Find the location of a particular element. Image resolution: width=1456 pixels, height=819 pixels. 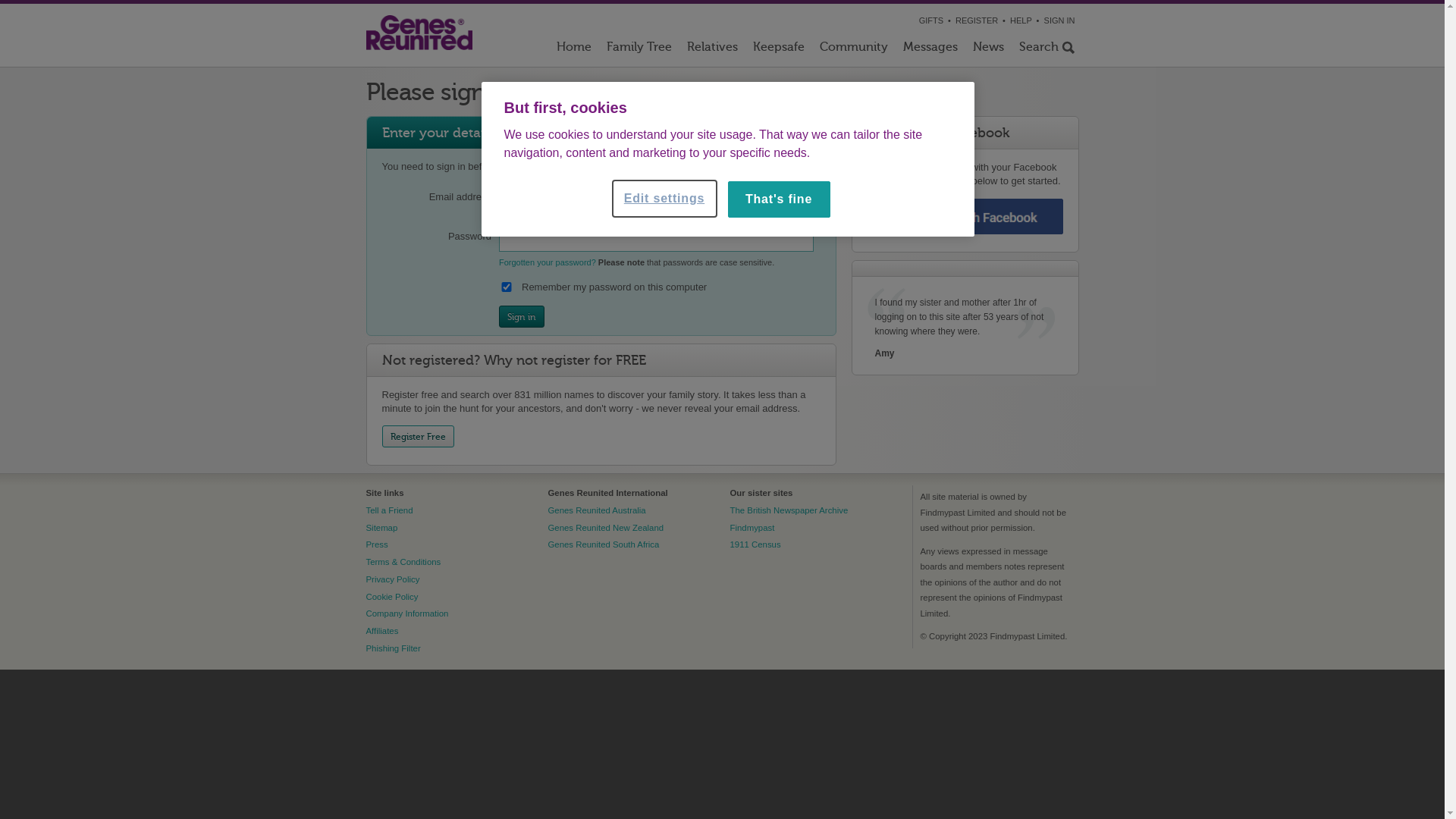

'Findmypast' is located at coordinates (752, 526).